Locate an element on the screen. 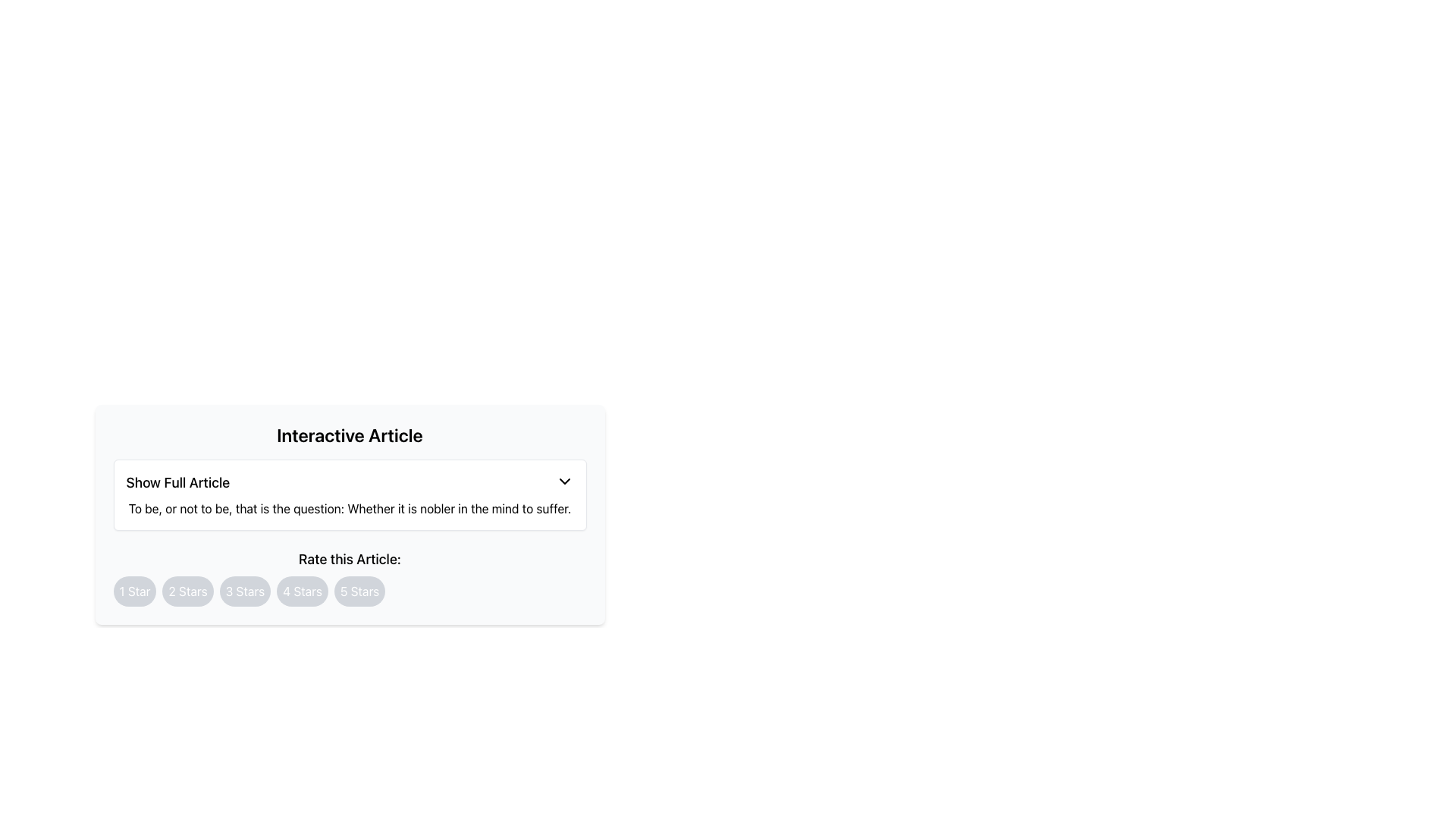 The width and height of the screenshot is (1456, 819). the oval button with light gray background and '3 Stars' text is located at coordinates (245, 590).